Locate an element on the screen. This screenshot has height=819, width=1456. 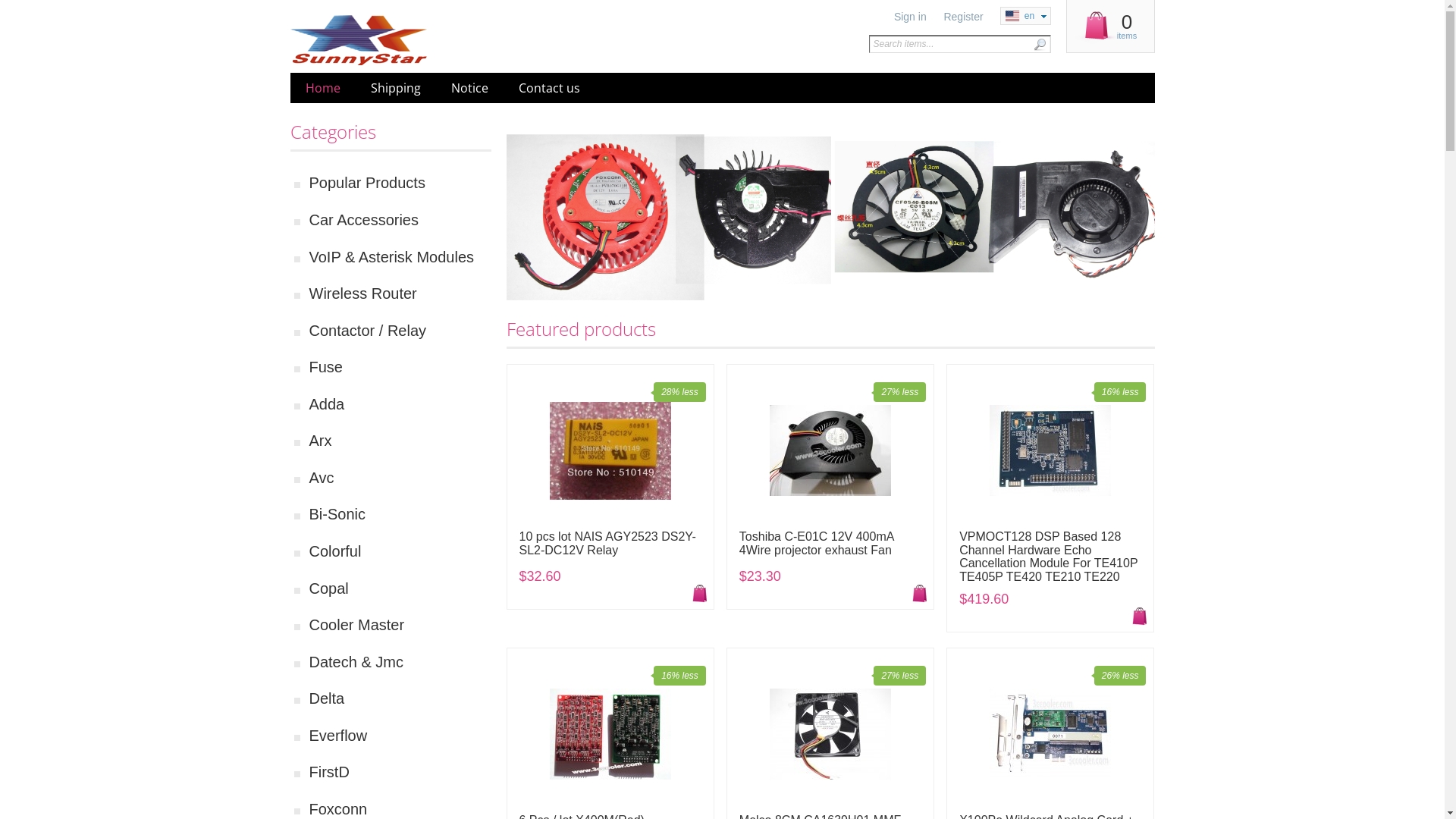
'Contactor / Relay' is located at coordinates (400, 330).